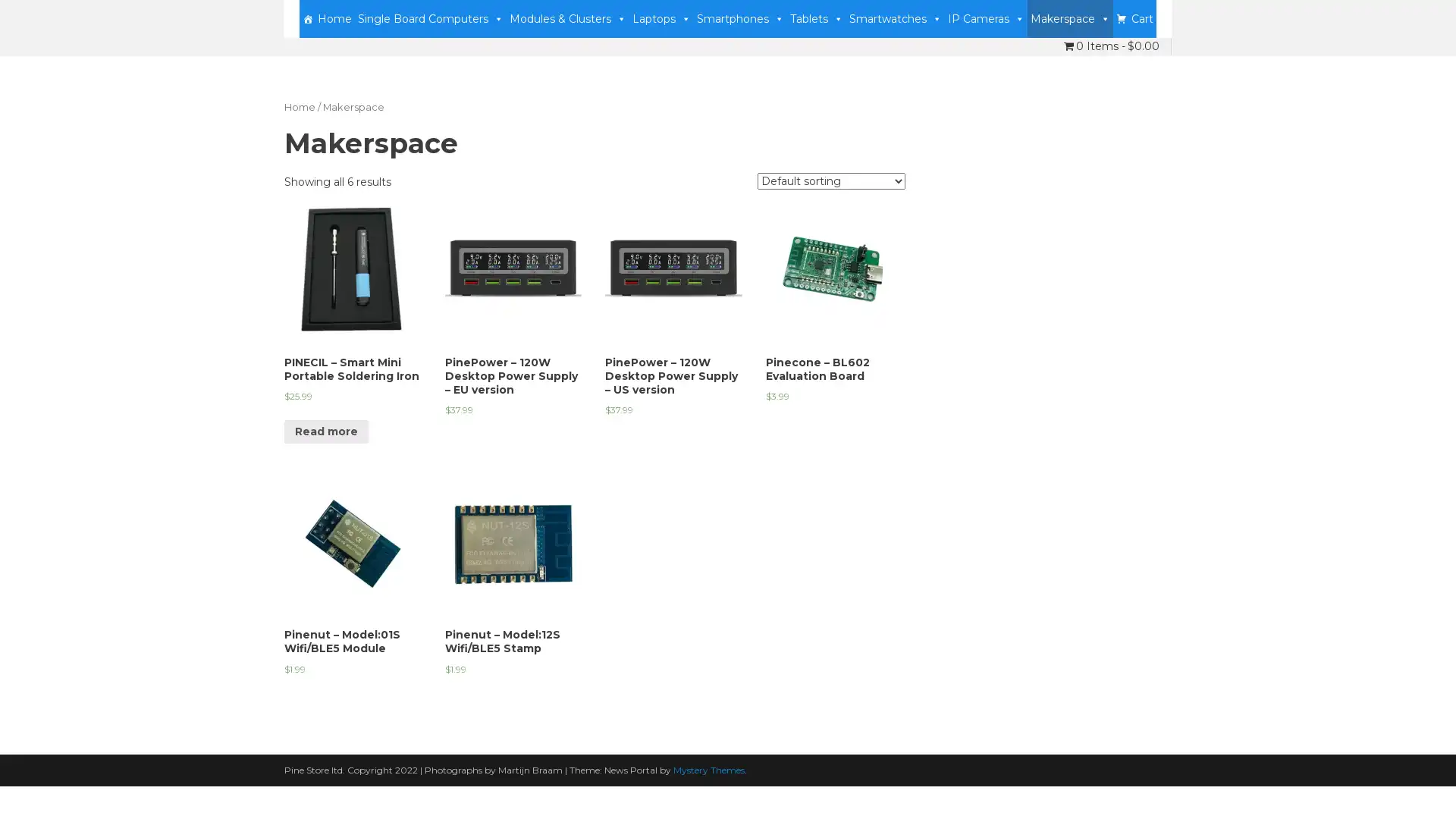 This screenshot has height=819, width=1456. What do you see at coordinates (960, 795) in the screenshot?
I see `Accept` at bounding box center [960, 795].